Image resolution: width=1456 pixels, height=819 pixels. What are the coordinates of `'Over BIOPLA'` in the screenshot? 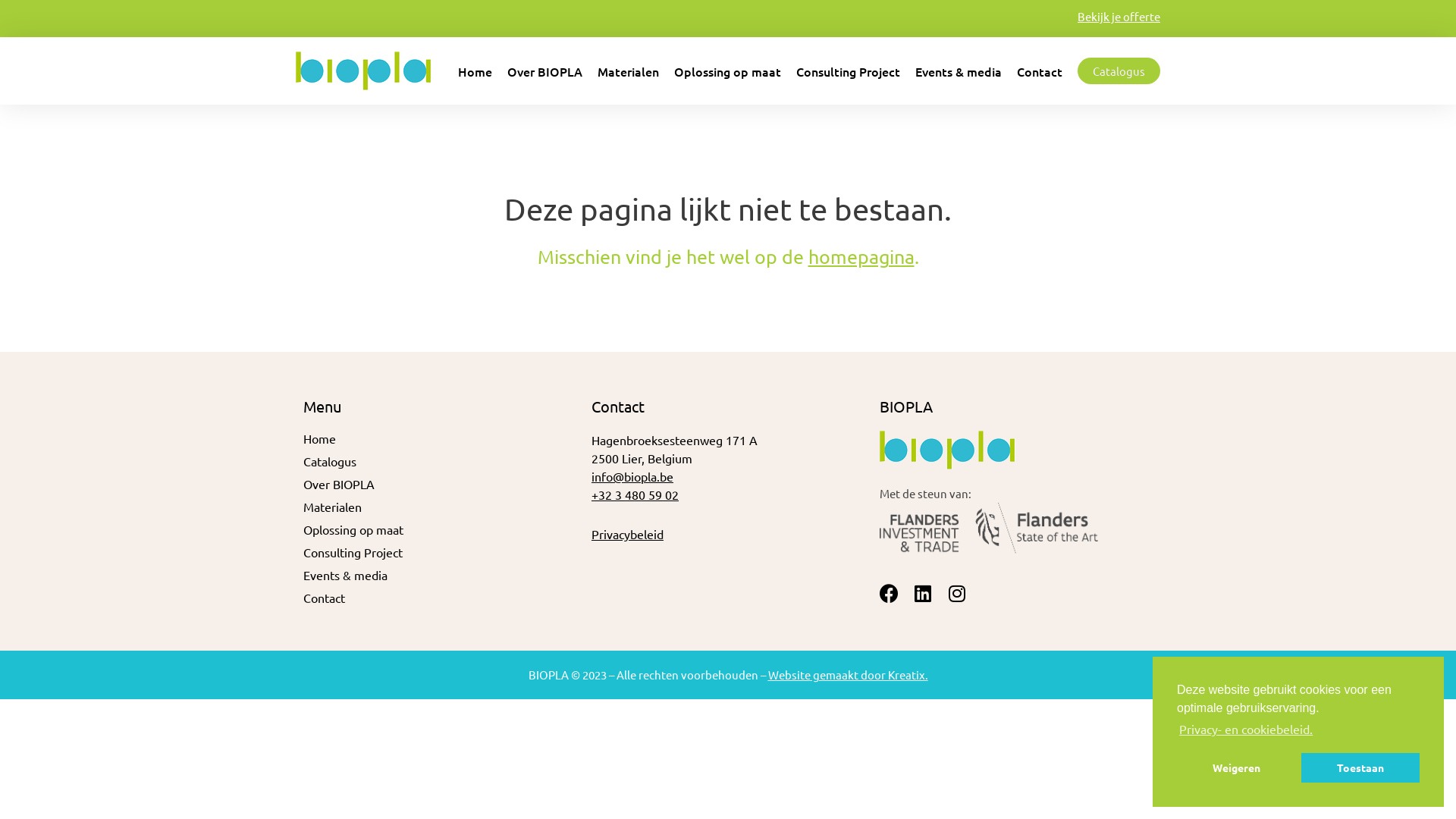 It's located at (303, 483).